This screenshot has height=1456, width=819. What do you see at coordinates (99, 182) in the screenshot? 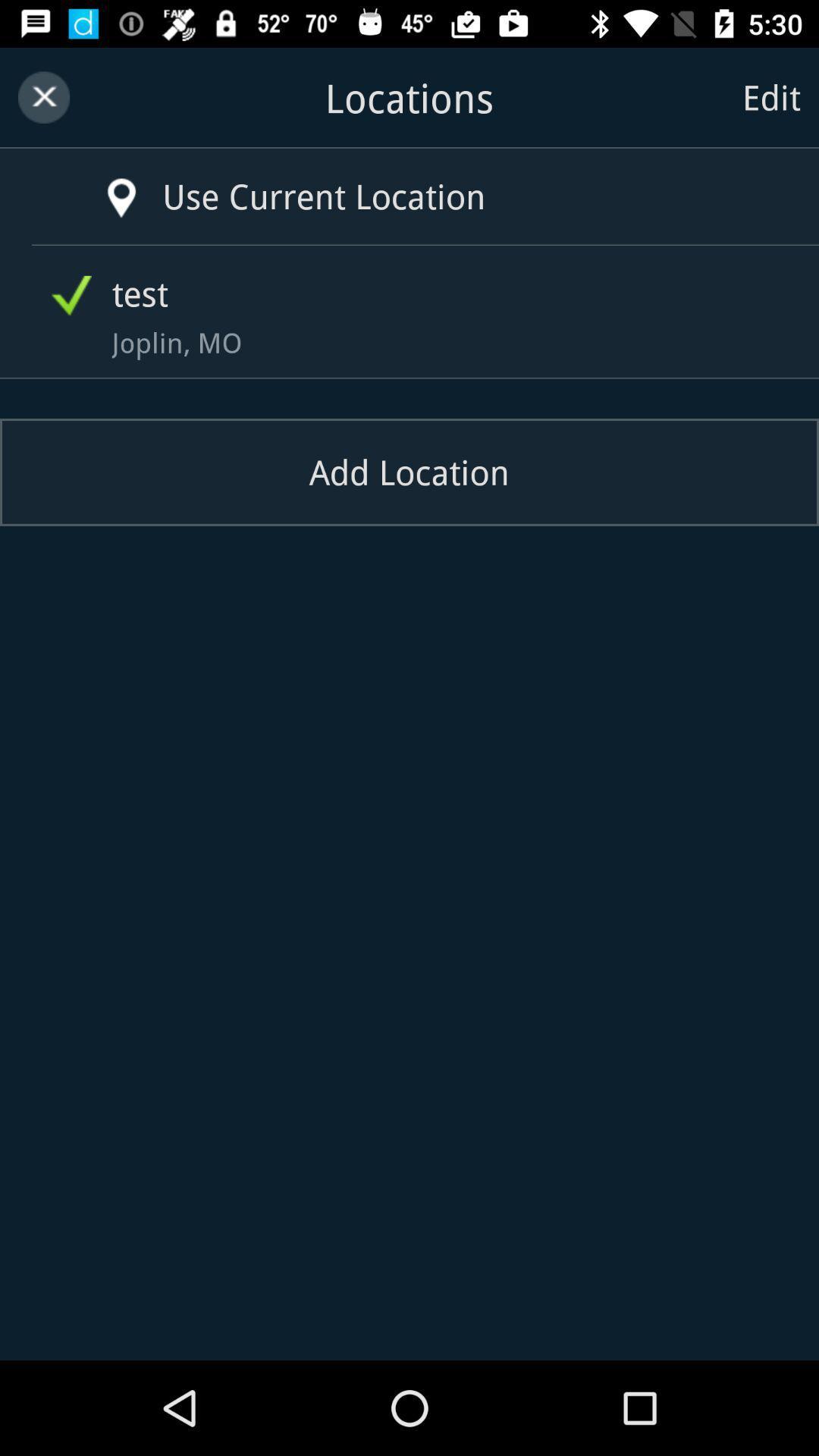
I see `the explore icon` at bounding box center [99, 182].